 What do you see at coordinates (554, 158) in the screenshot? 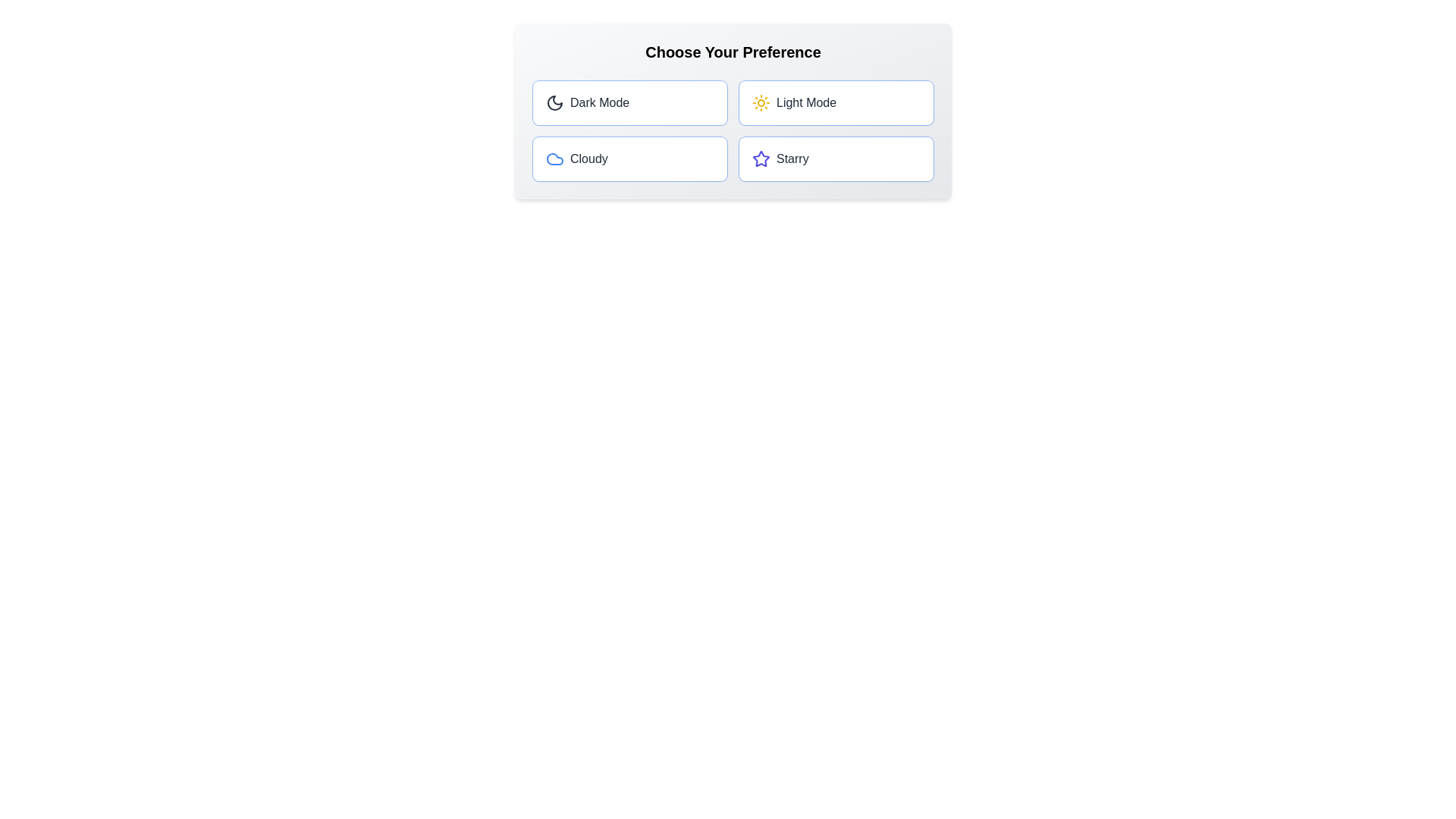
I see `the 'Cloudy' icon in the preference selection interface` at bounding box center [554, 158].